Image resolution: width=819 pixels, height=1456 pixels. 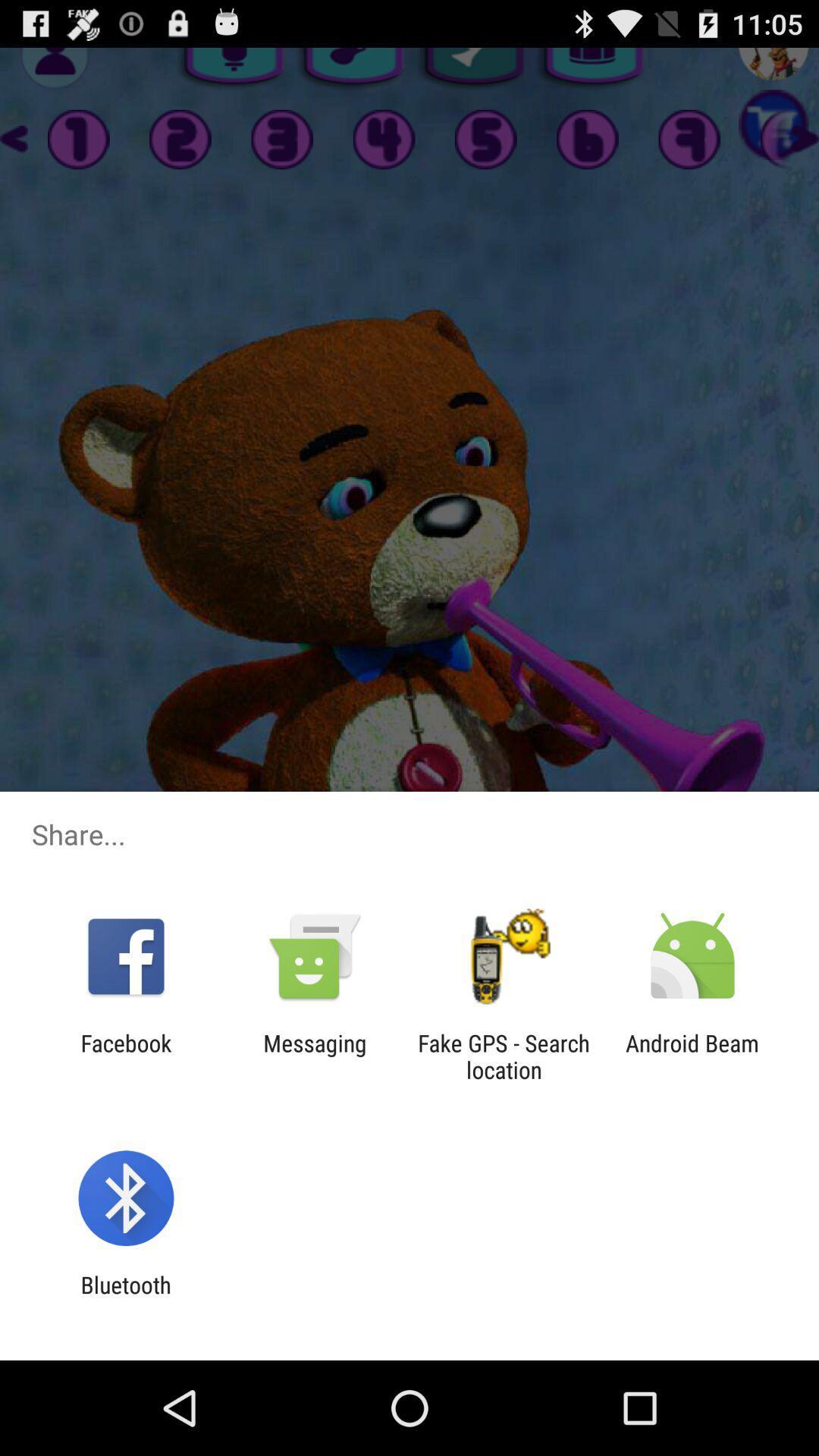 What do you see at coordinates (504, 1056) in the screenshot?
I see `the fake gps search app` at bounding box center [504, 1056].